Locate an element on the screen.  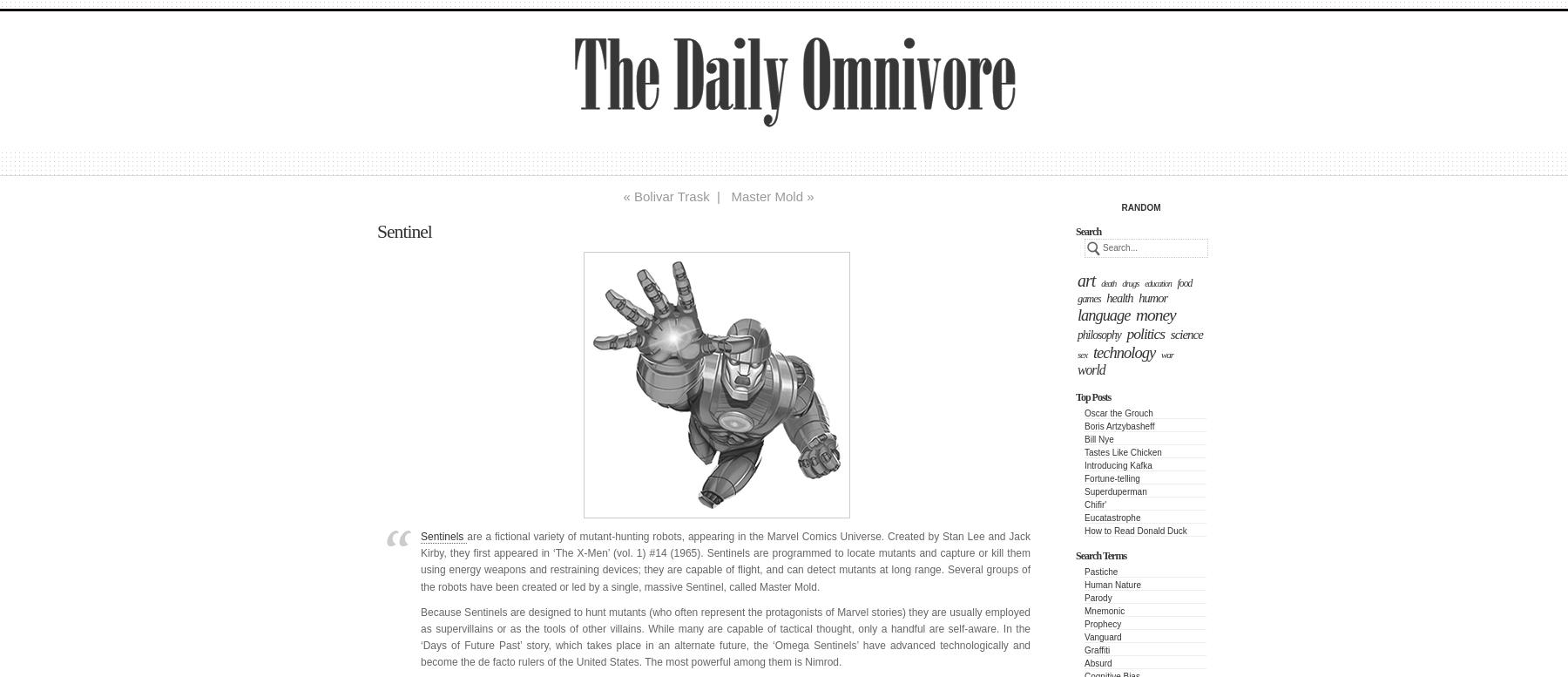
'Drugs' is located at coordinates (1122, 282).